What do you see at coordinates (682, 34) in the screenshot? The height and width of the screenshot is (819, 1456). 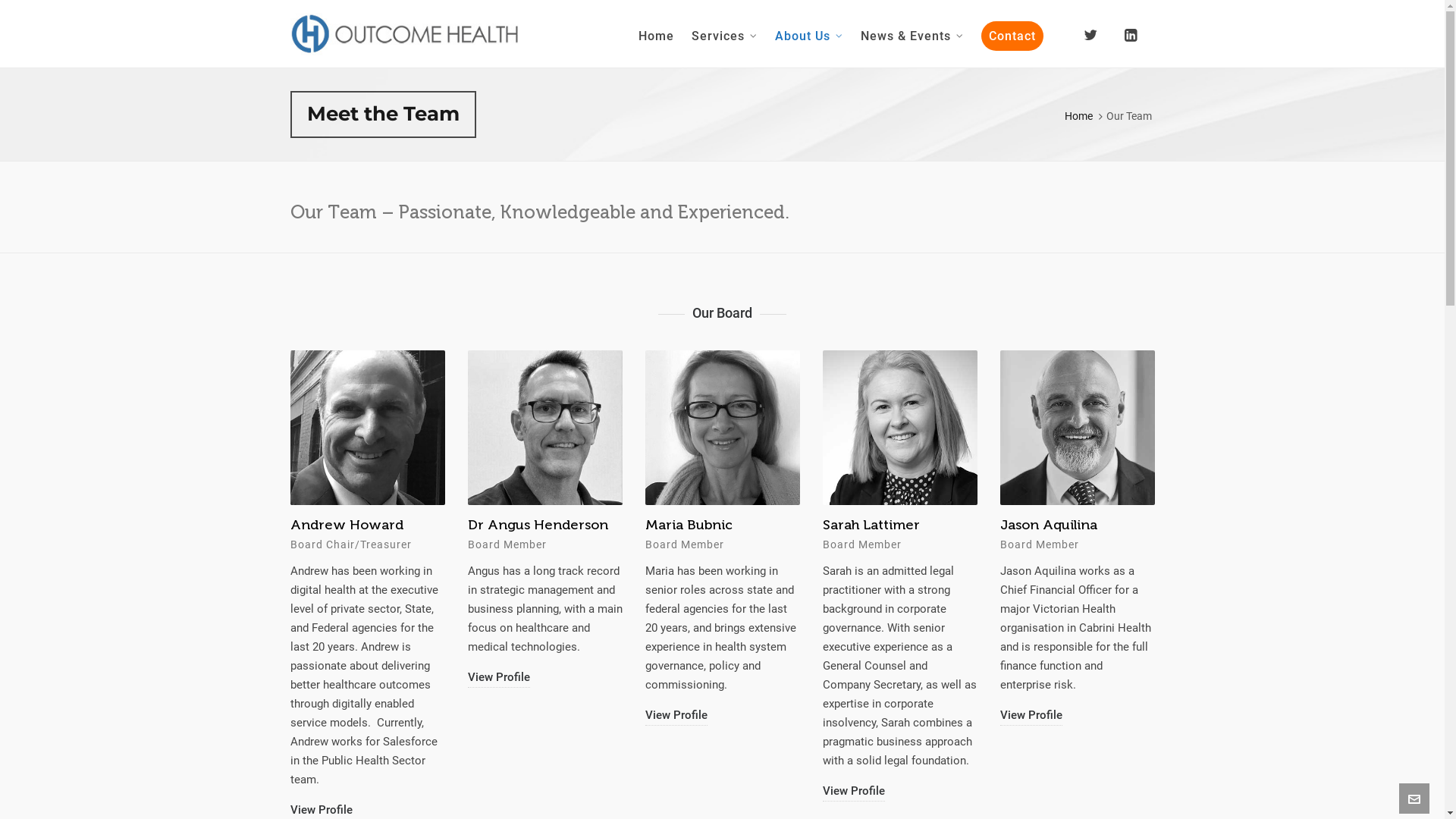 I see `'Services'` at bounding box center [682, 34].